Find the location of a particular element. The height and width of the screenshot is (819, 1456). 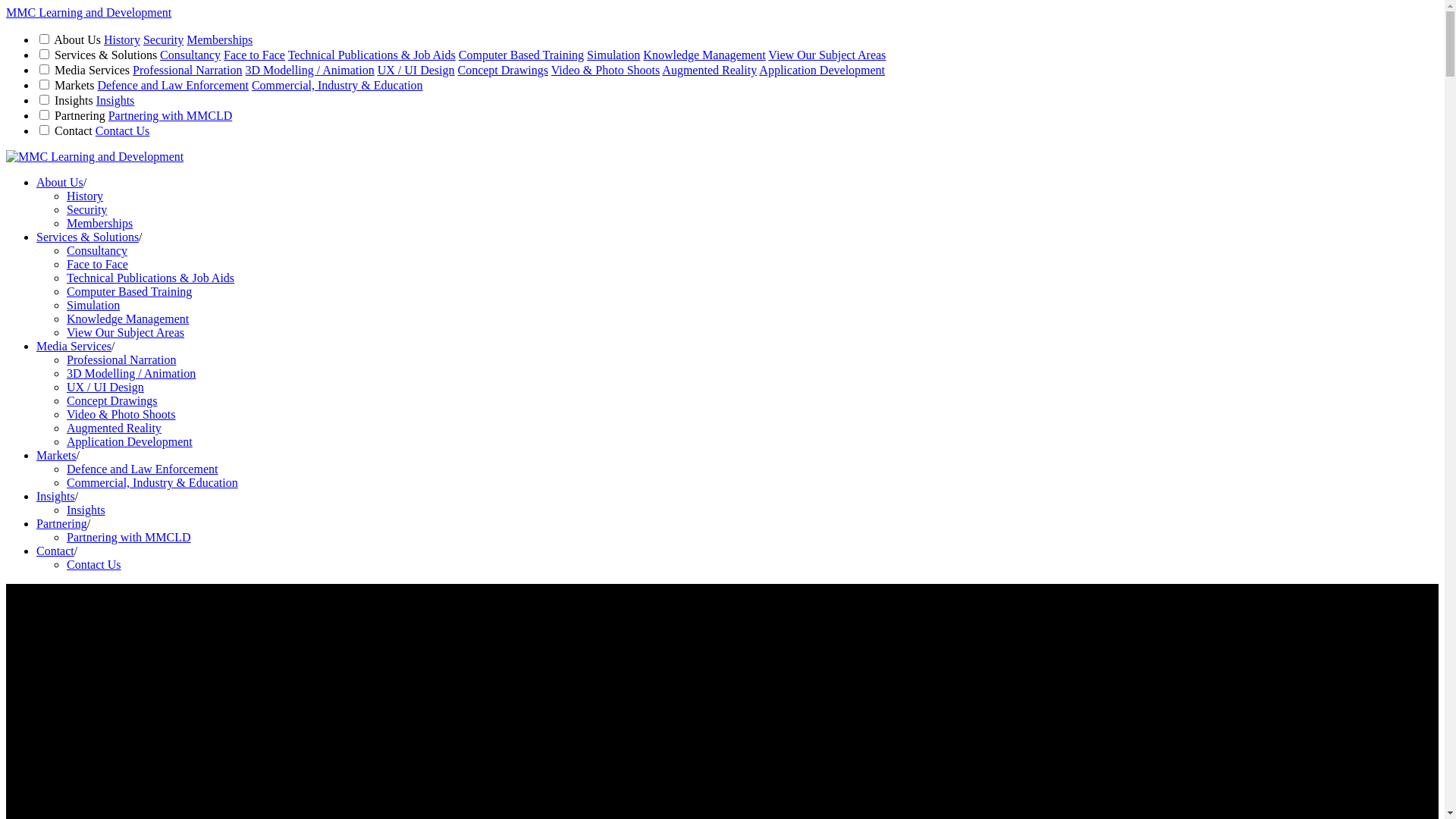

'Insights' is located at coordinates (85, 510).